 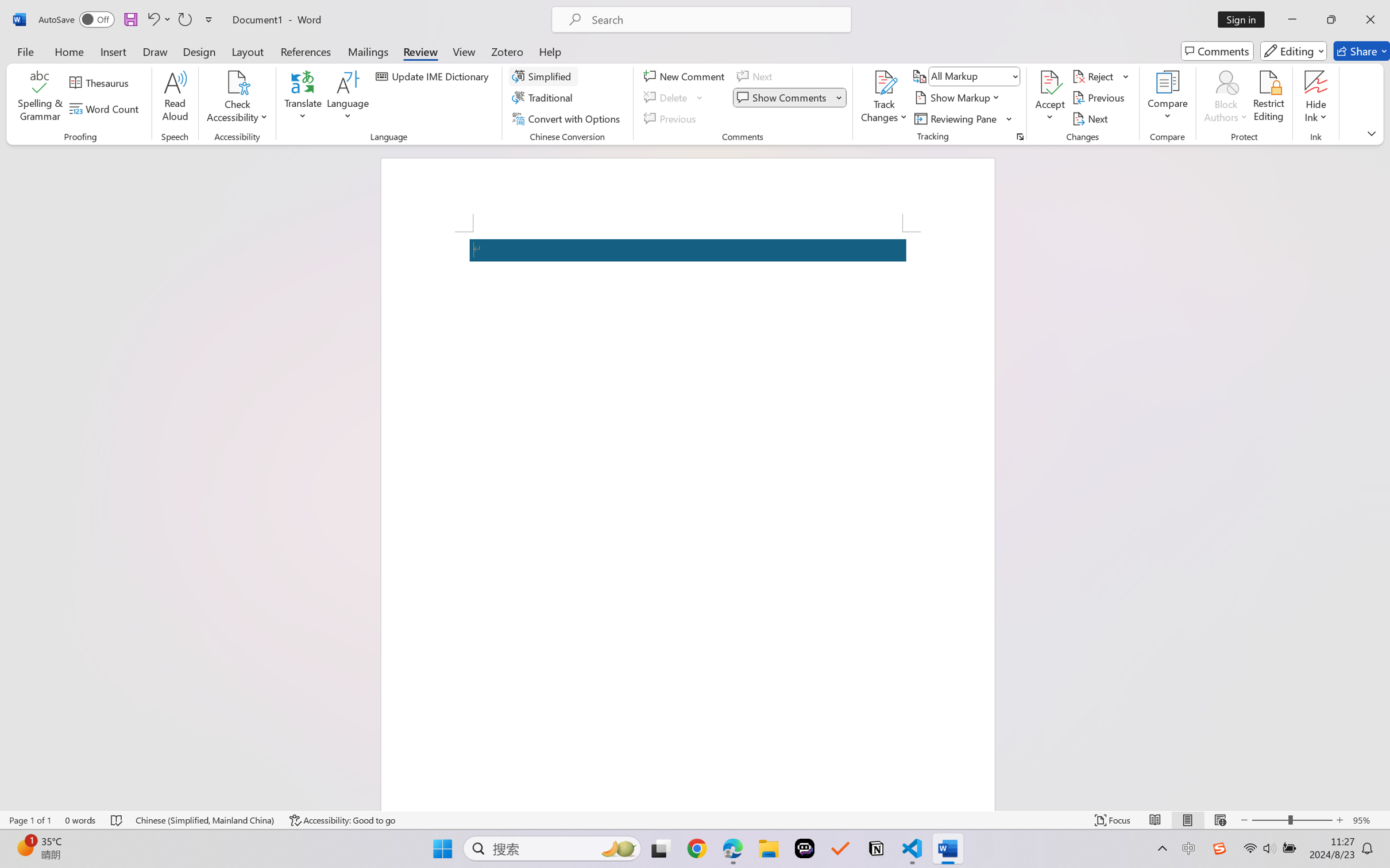 What do you see at coordinates (883, 82) in the screenshot?
I see `'Track Changes'` at bounding box center [883, 82].